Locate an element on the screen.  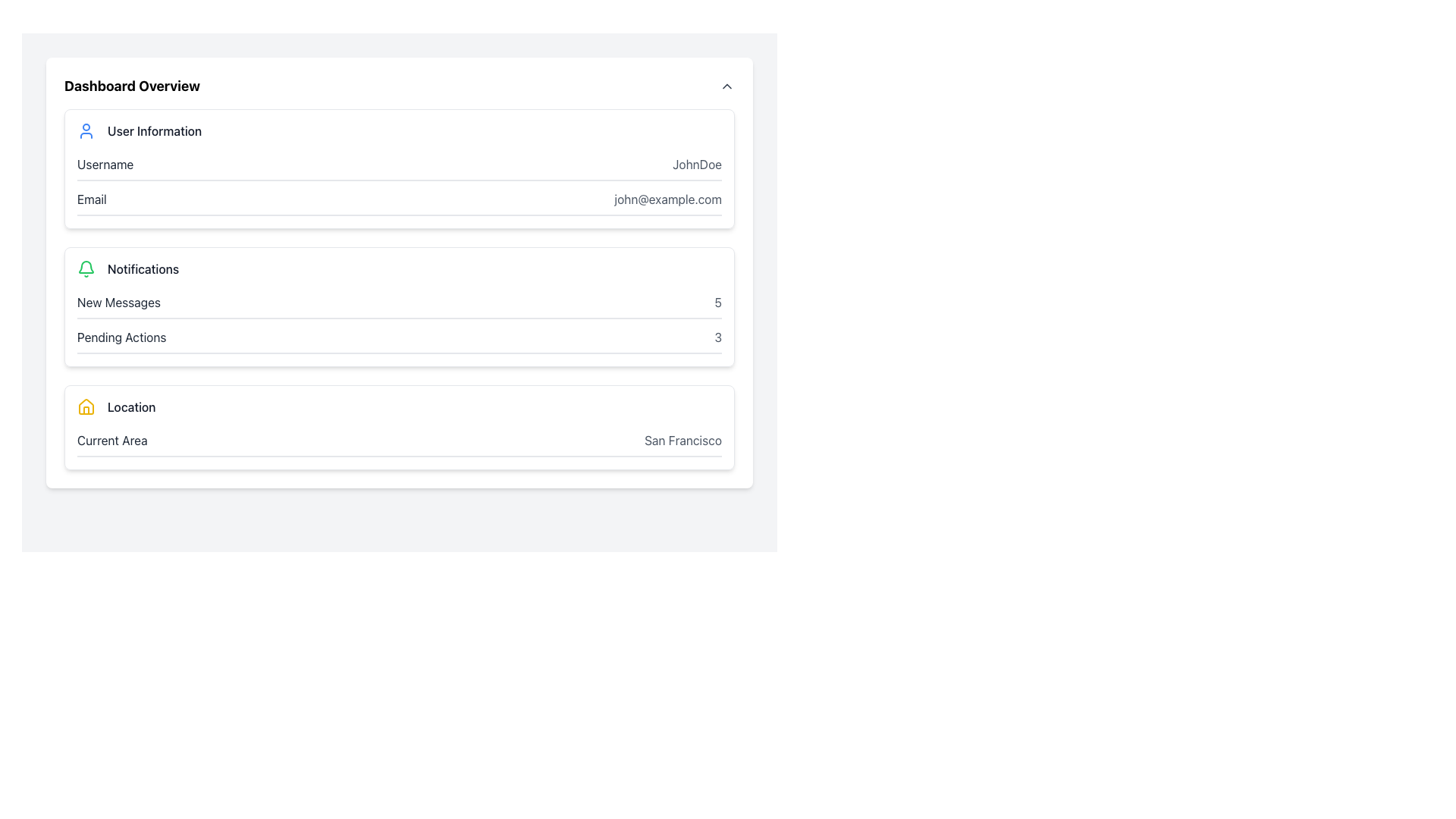
the 'Location' icon, which is the leftmost component in the row under the labeled section titled 'Location' is located at coordinates (86, 406).